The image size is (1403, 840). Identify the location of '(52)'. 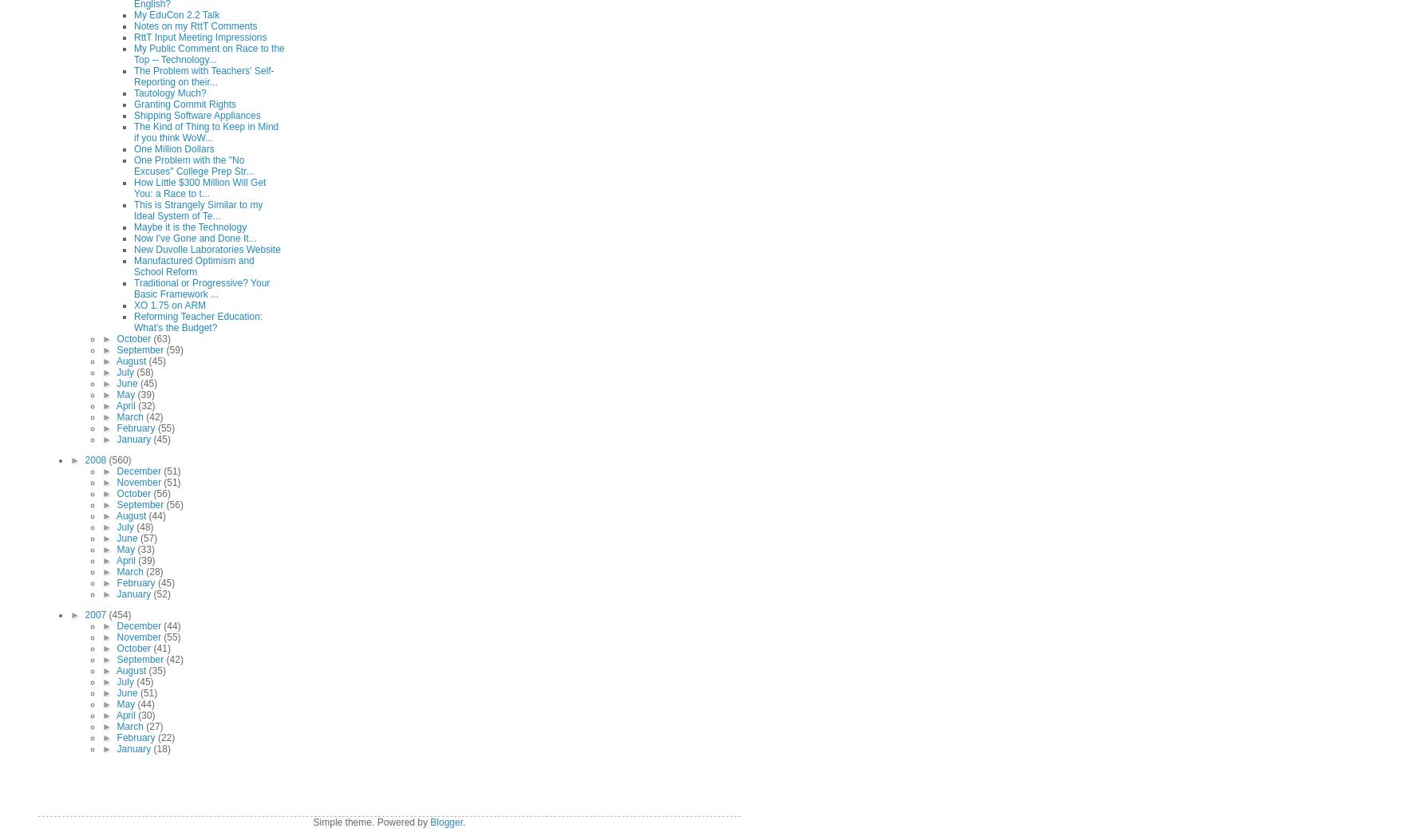
(152, 593).